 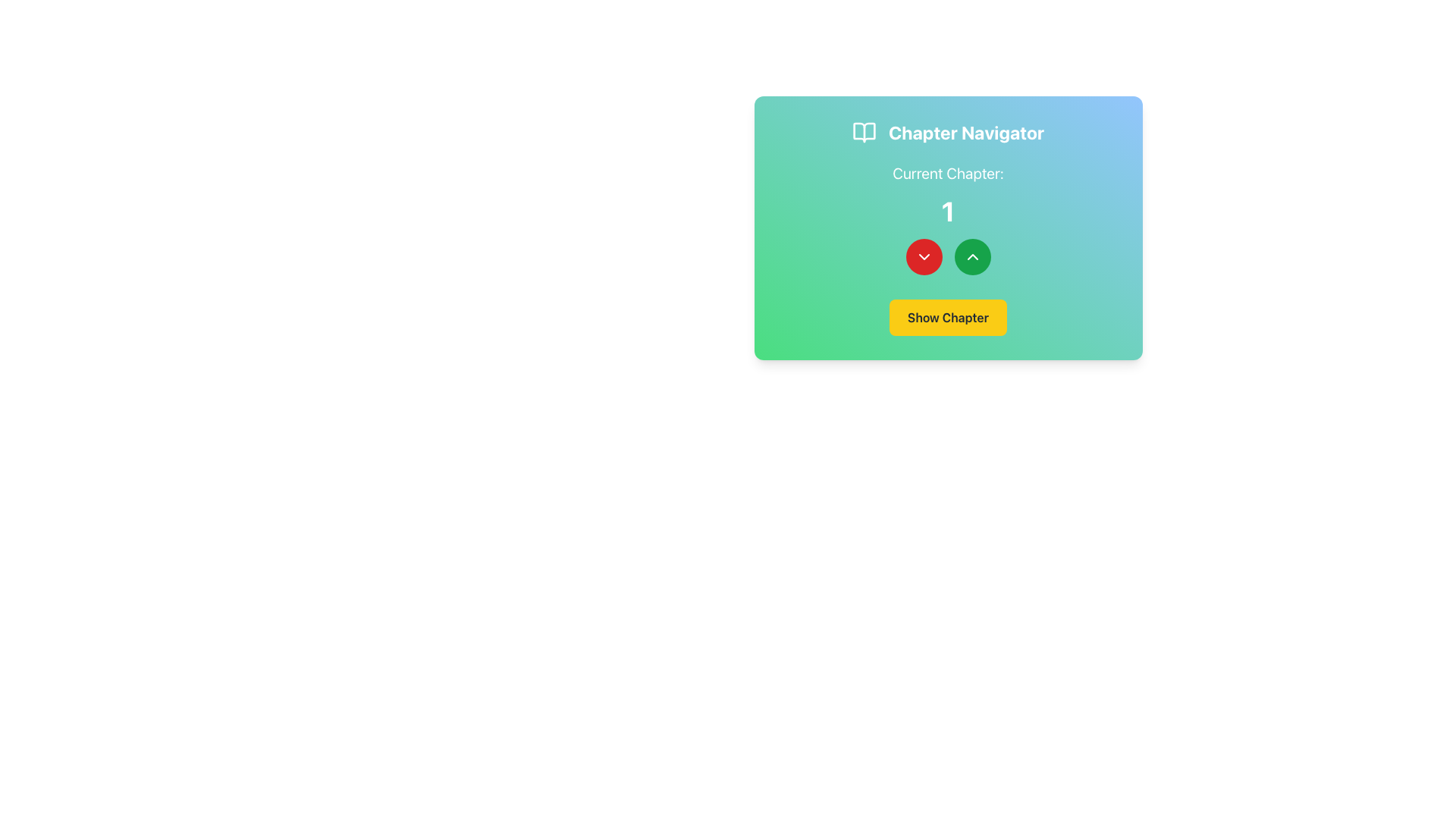 I want to click on the red circular button with the downward arrow located below the text 'Current Chapter: 1' to decrement the value, so click(x=947, y=256).